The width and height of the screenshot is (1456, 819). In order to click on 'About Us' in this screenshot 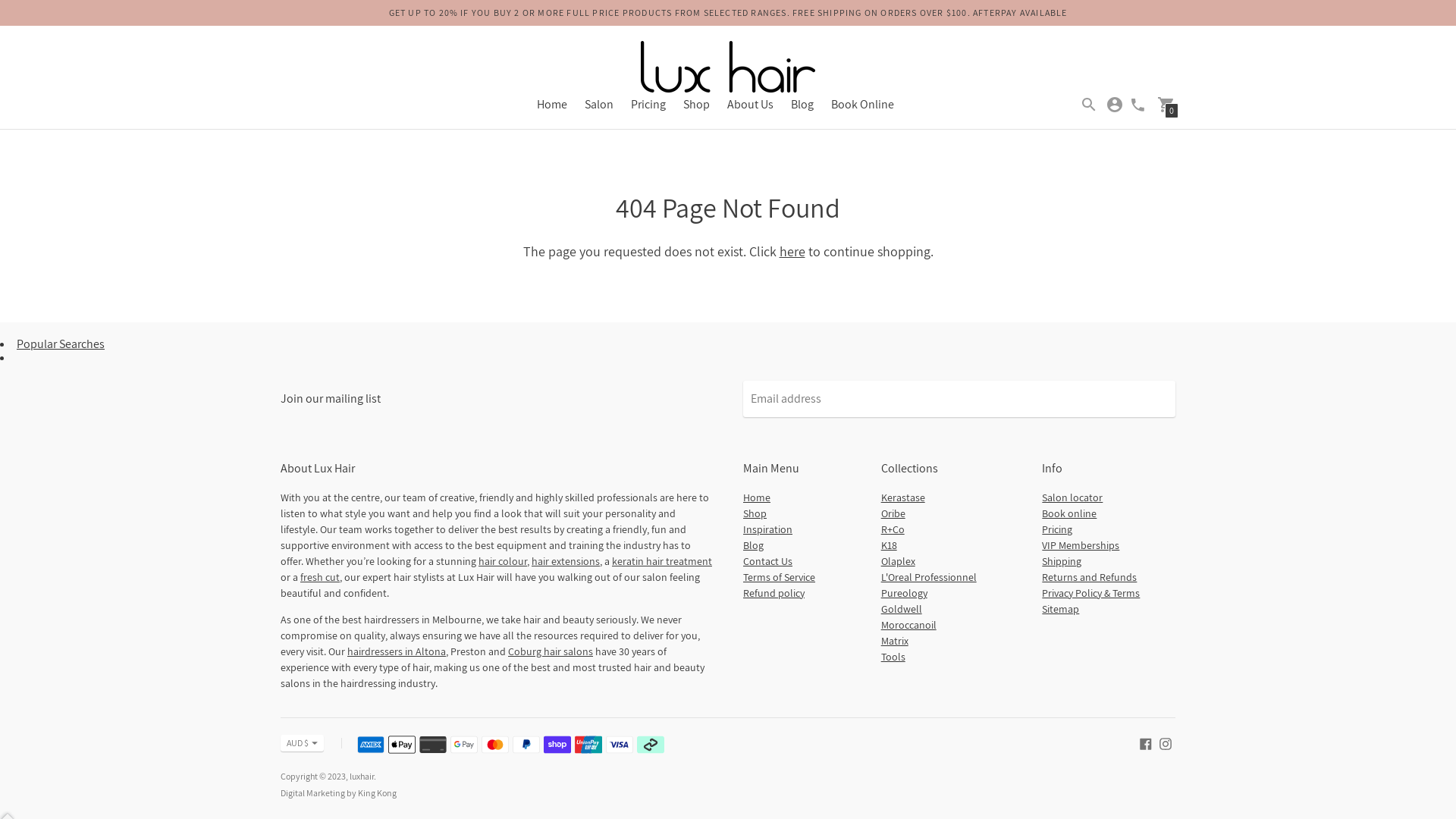, I will do `click(749, 103)`.